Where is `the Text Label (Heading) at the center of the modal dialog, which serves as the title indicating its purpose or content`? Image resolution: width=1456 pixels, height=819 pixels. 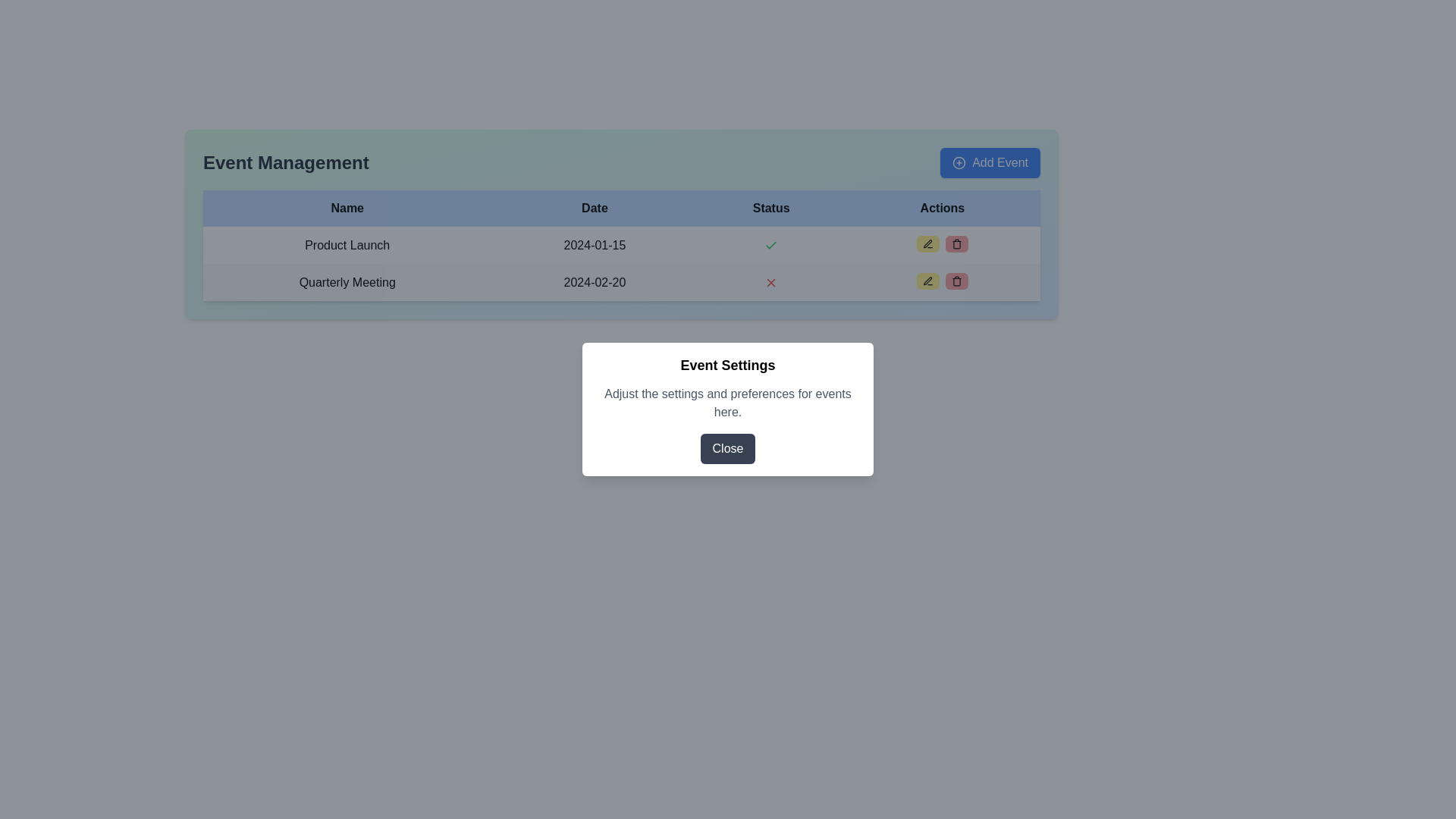
the Text Label (Heading) at the center of the modal dialog, which serves as the title indicating its purpose or content is located at coordinates (728, 366).